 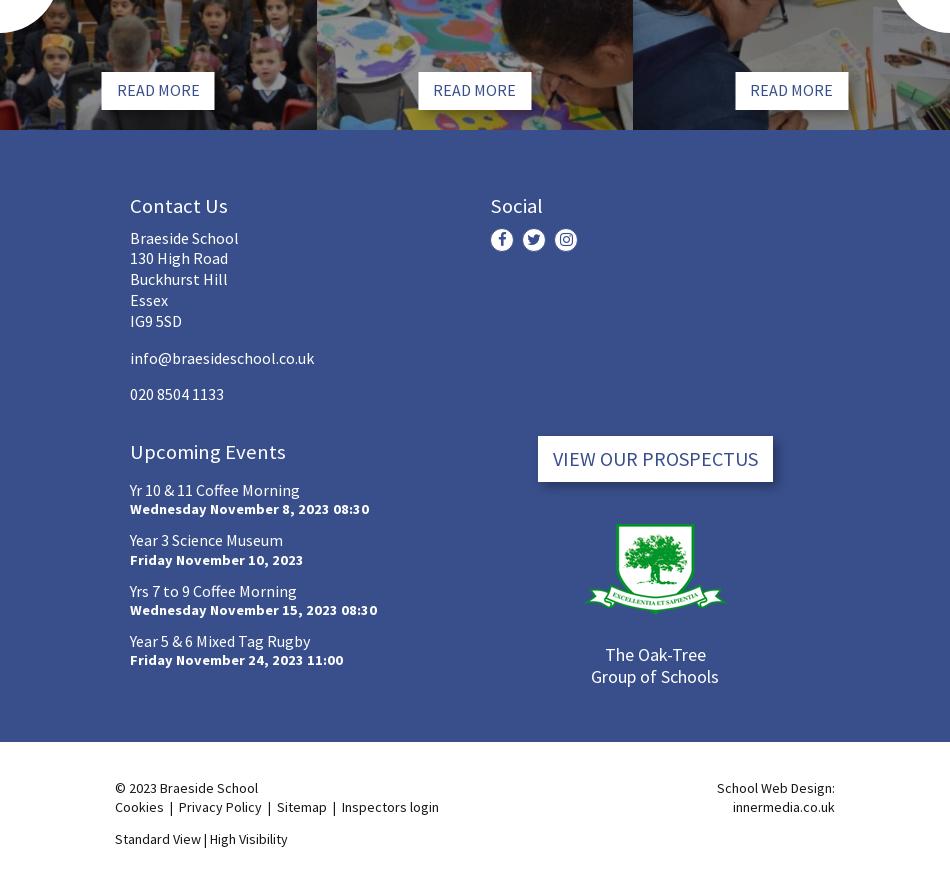 What do you see at coordinates (301, 804) in the screenshot?
I see `'Sitemap'` at bounding box center [301, 804].